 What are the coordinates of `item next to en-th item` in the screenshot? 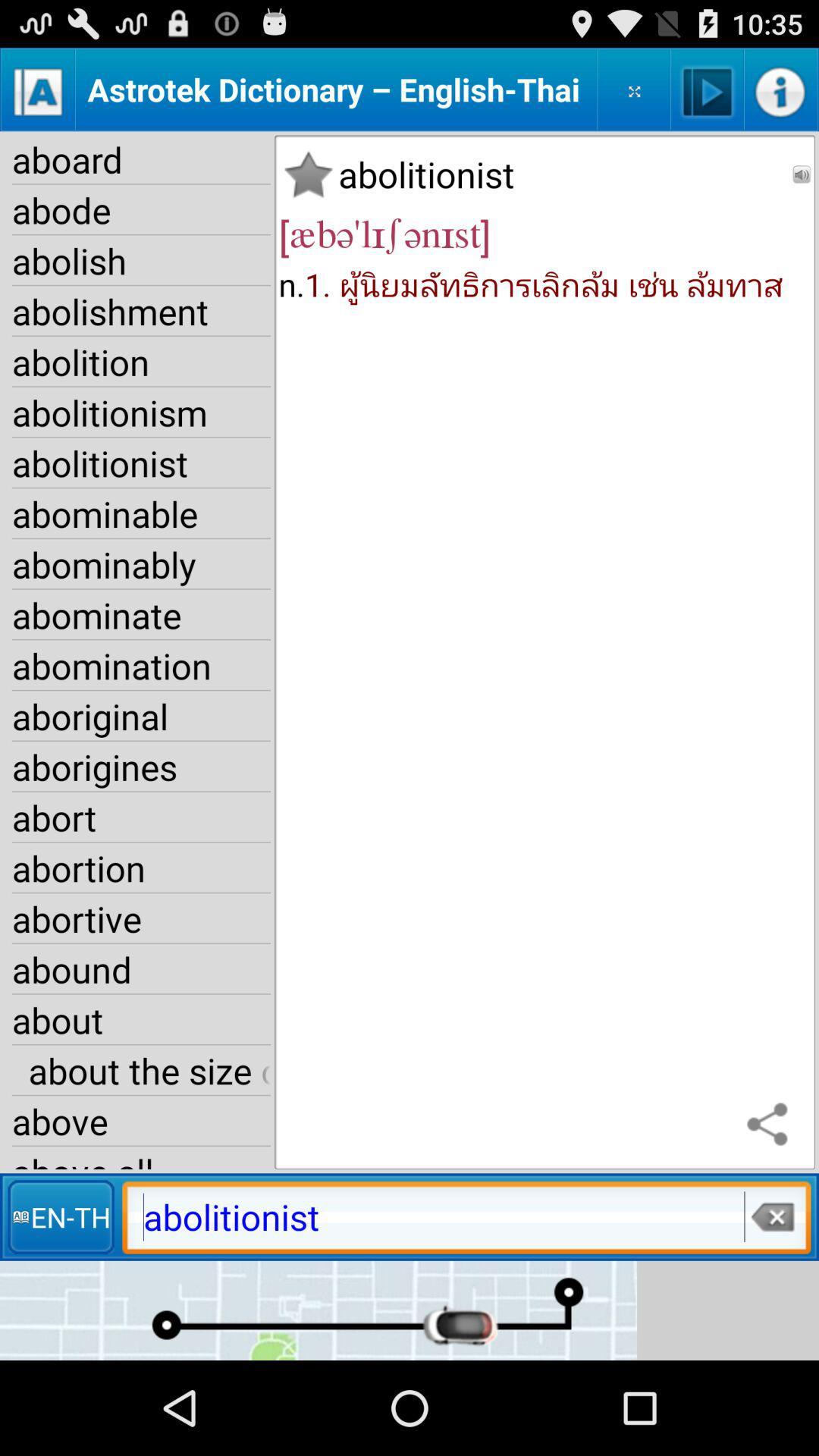 It's located at (771, 1216).